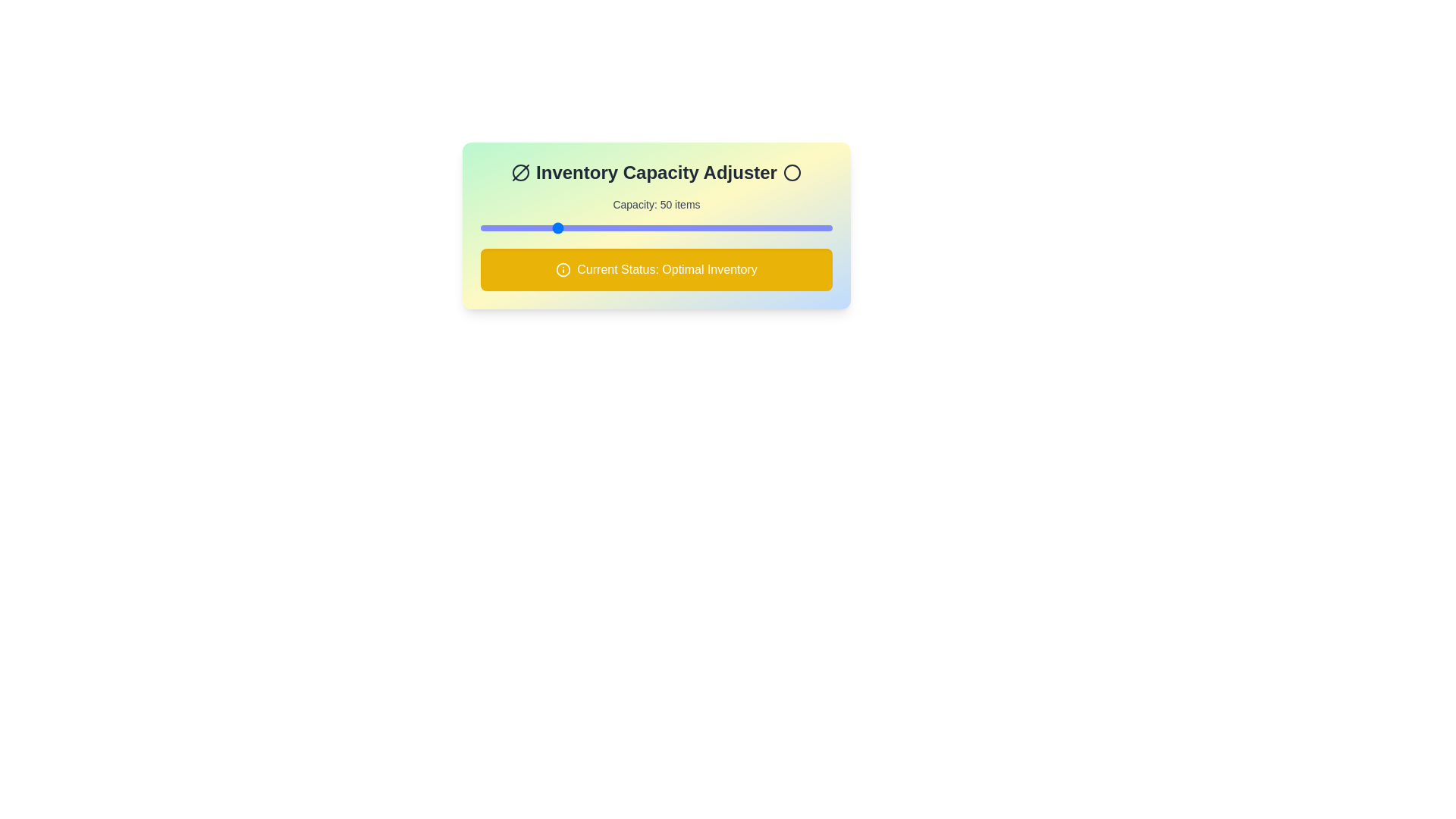  What do you see at coordinates (788, 227) in the screenshot?
I see `the inventory capacity slider to 176 items` at bounding box center [788, 227].